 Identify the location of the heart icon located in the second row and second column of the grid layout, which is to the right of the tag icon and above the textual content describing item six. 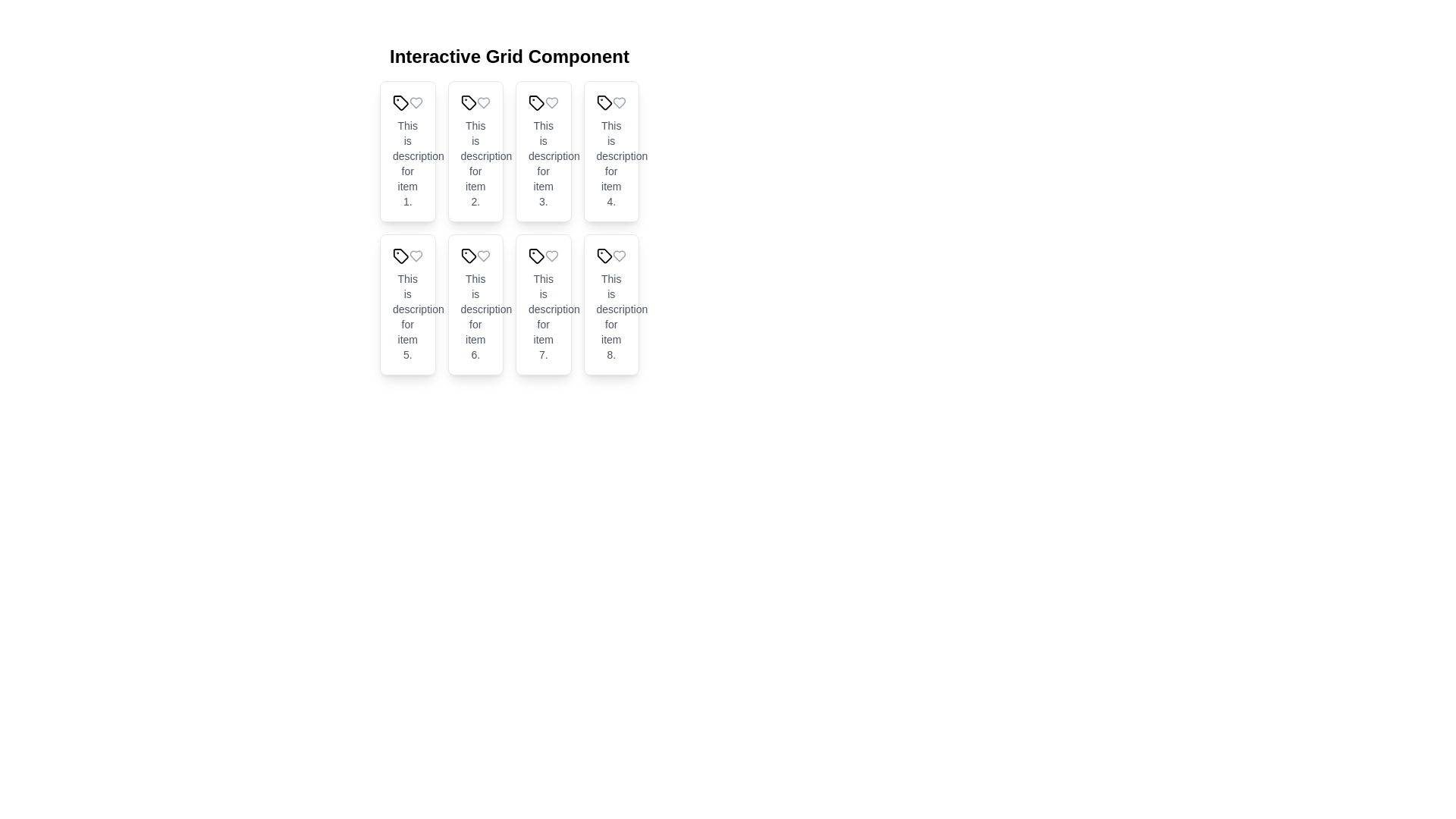
(483, 256).